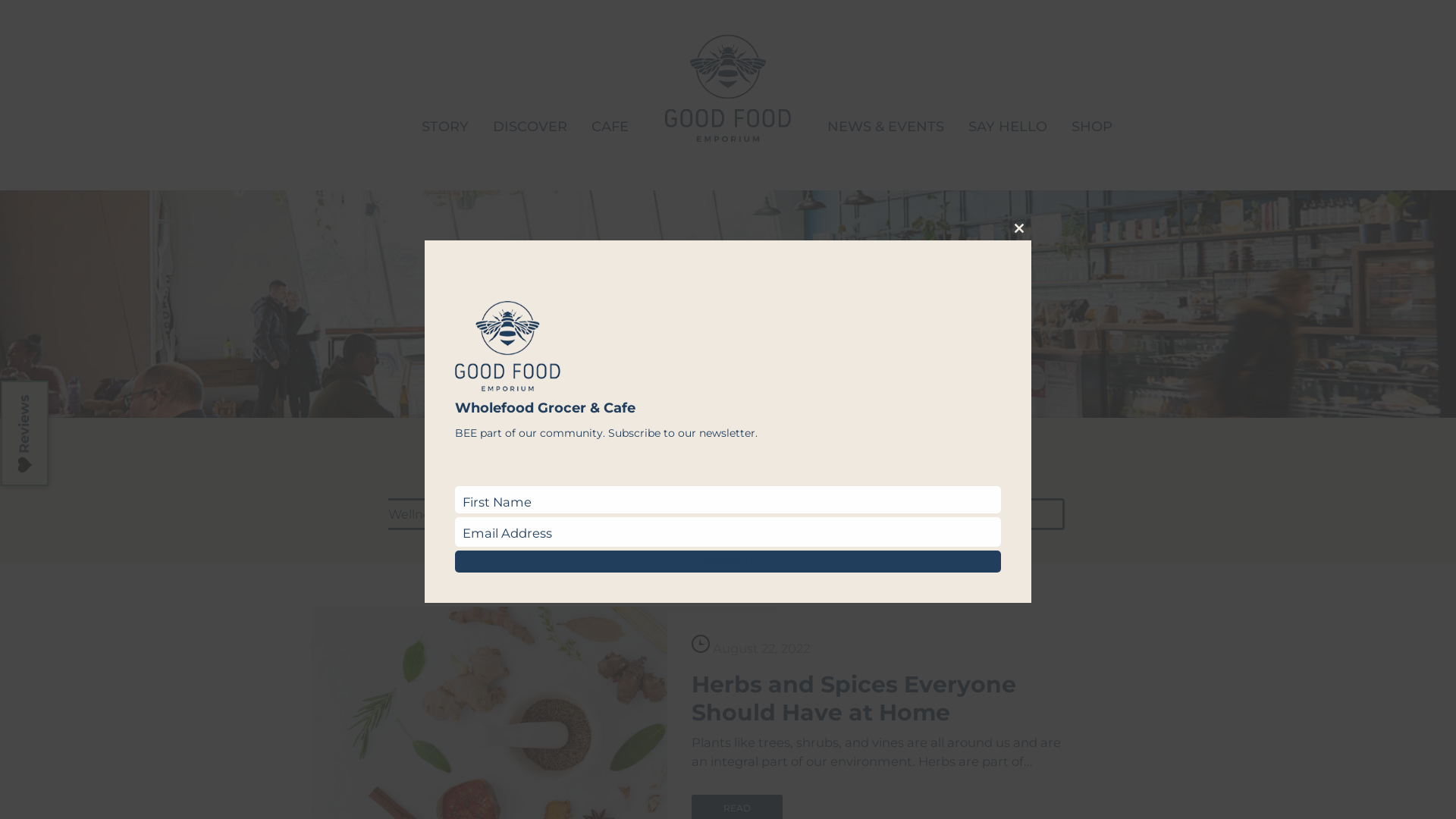  Describe the element at coordinates (530, 126) in the screenshot. I see `'DISCOVER'` at that location.